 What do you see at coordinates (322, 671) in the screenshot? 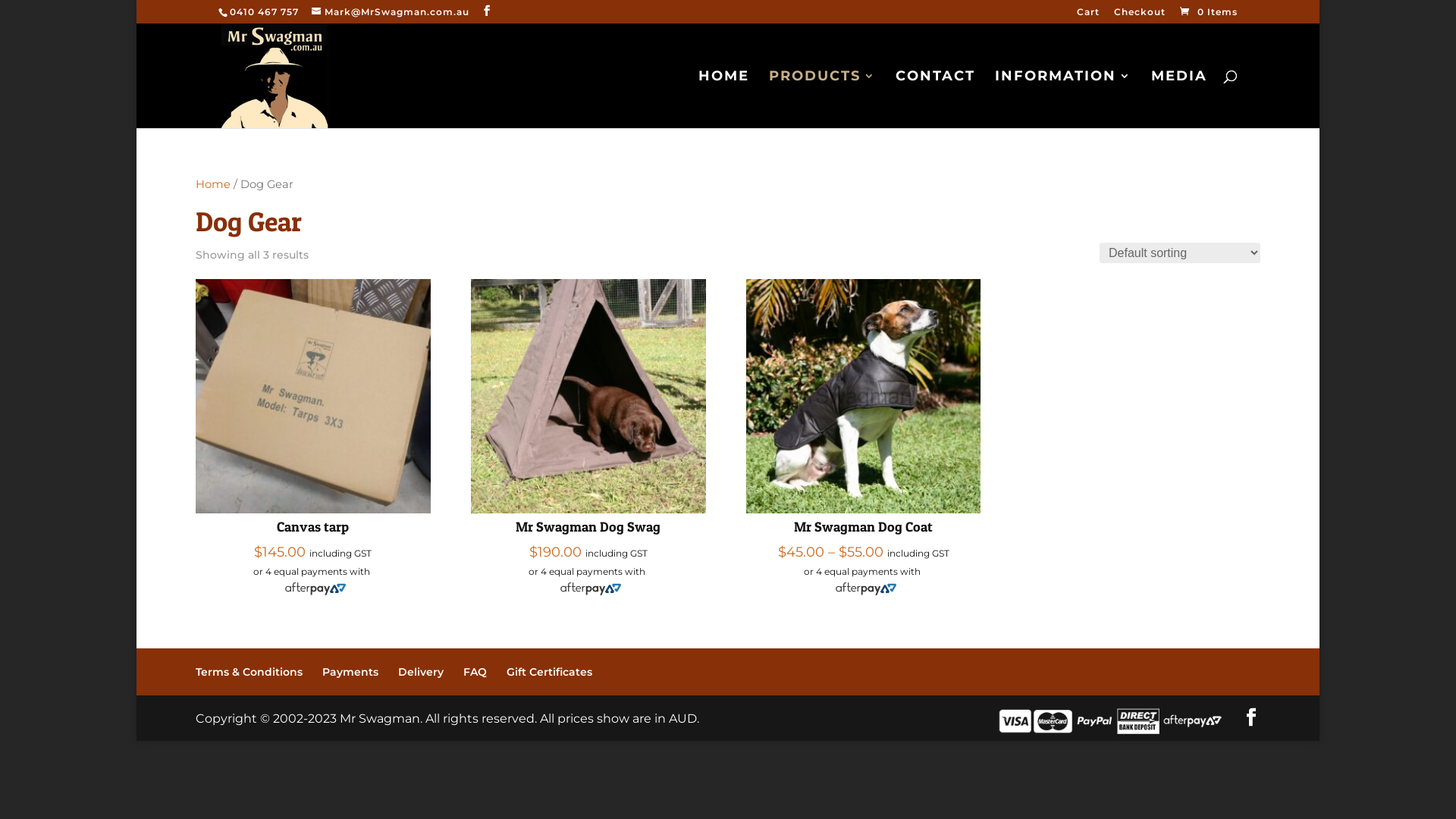
I see `'Payments'` at bounding box center [322, 671].